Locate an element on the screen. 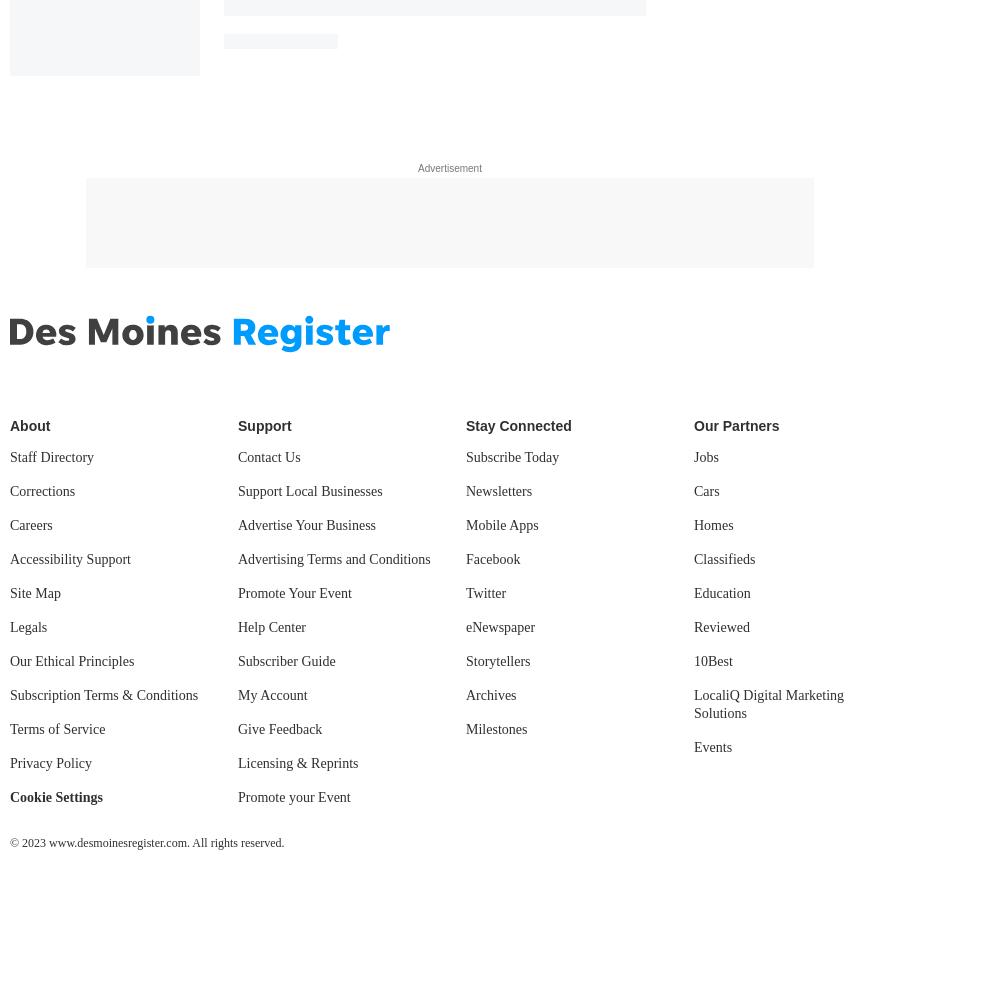 The height and width of the screenshot is (1007, 1000). 'Twitter' is located at coordinates (465, 591).